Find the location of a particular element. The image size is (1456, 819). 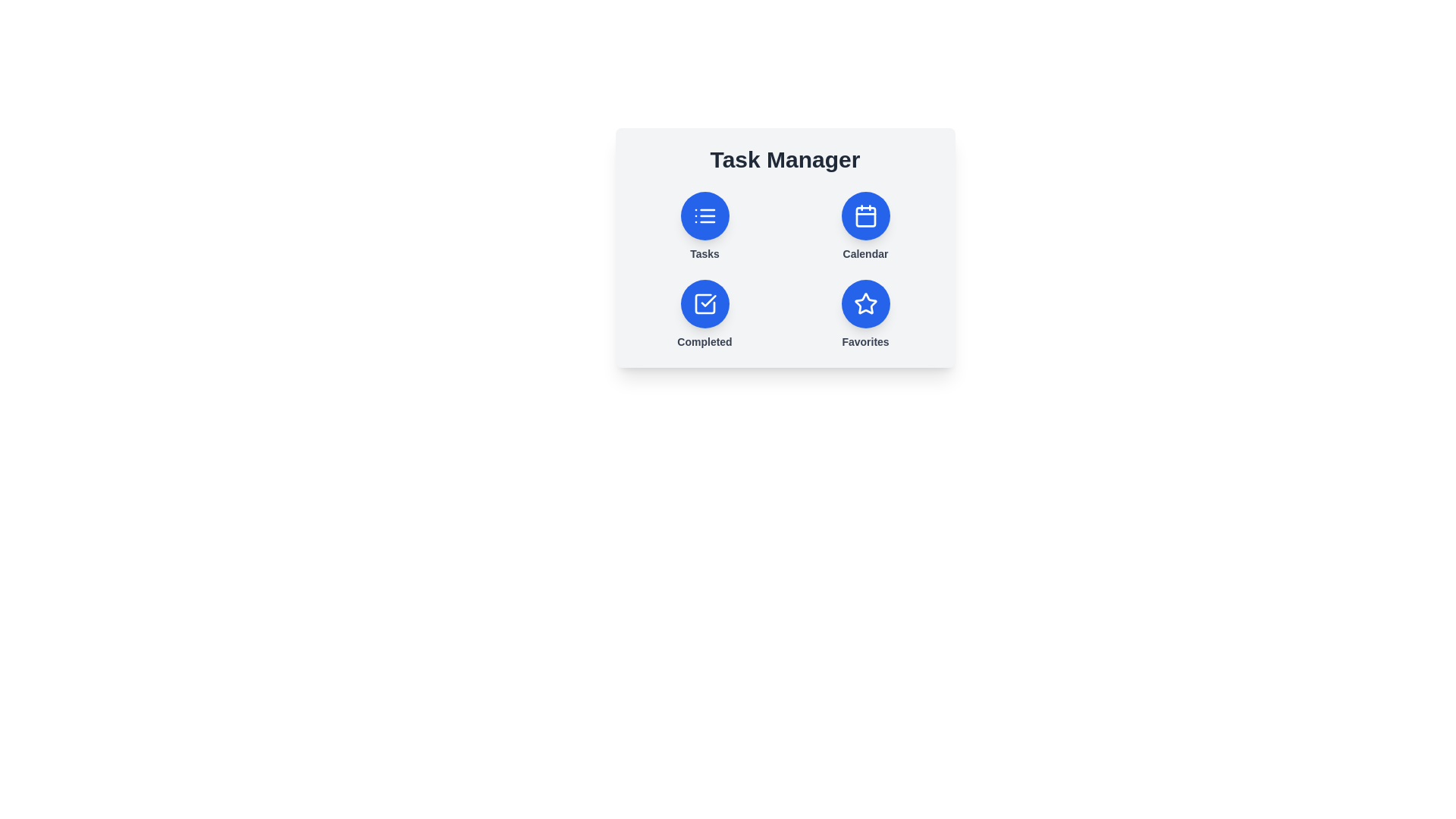

the calendar icon in the top-right corner of the Task Manager grid is located at coordinates (865, 216).